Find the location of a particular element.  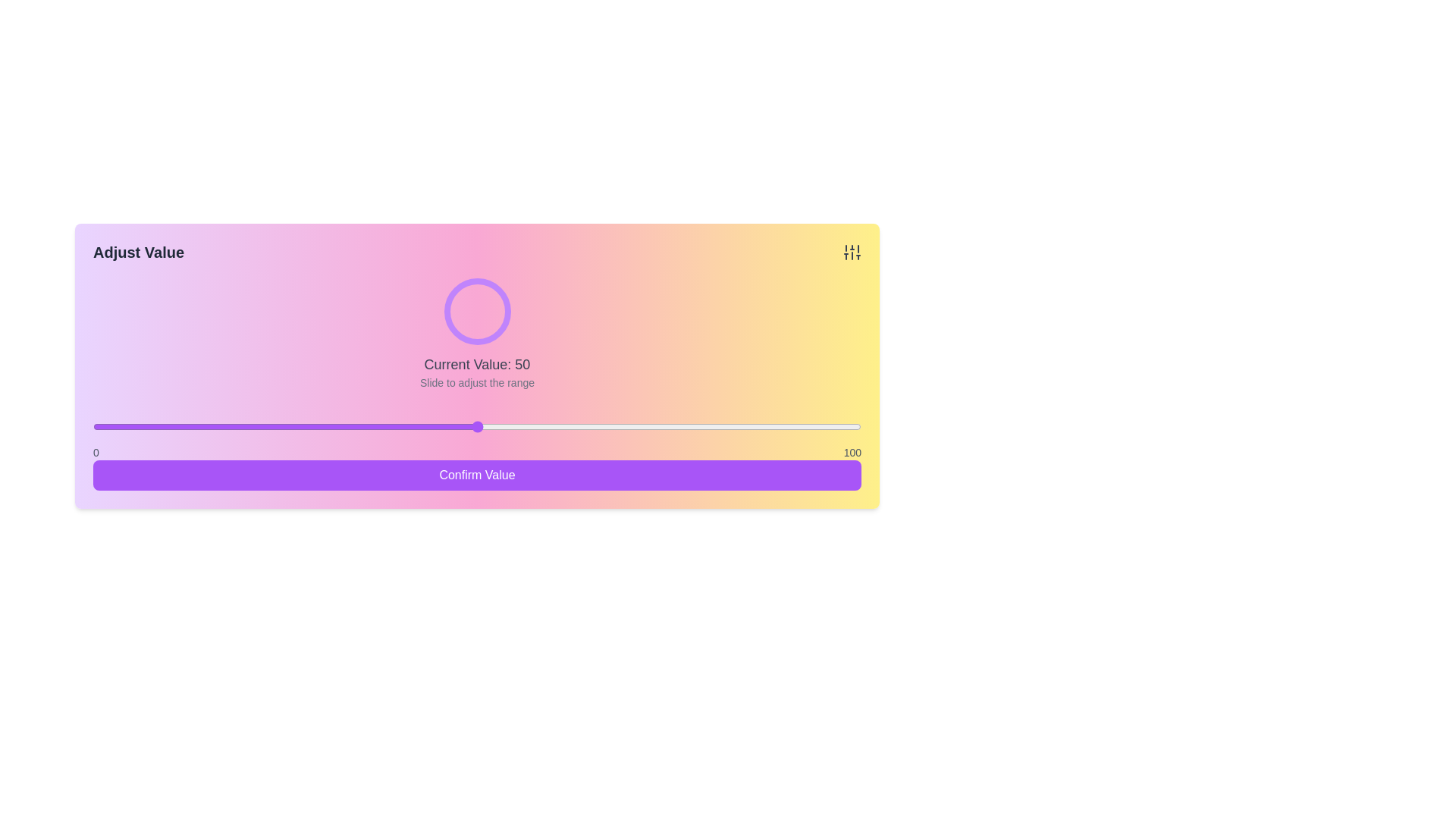

the 'Confirm Value' button to confirm the selected range value is located at coordinates (476, 475).